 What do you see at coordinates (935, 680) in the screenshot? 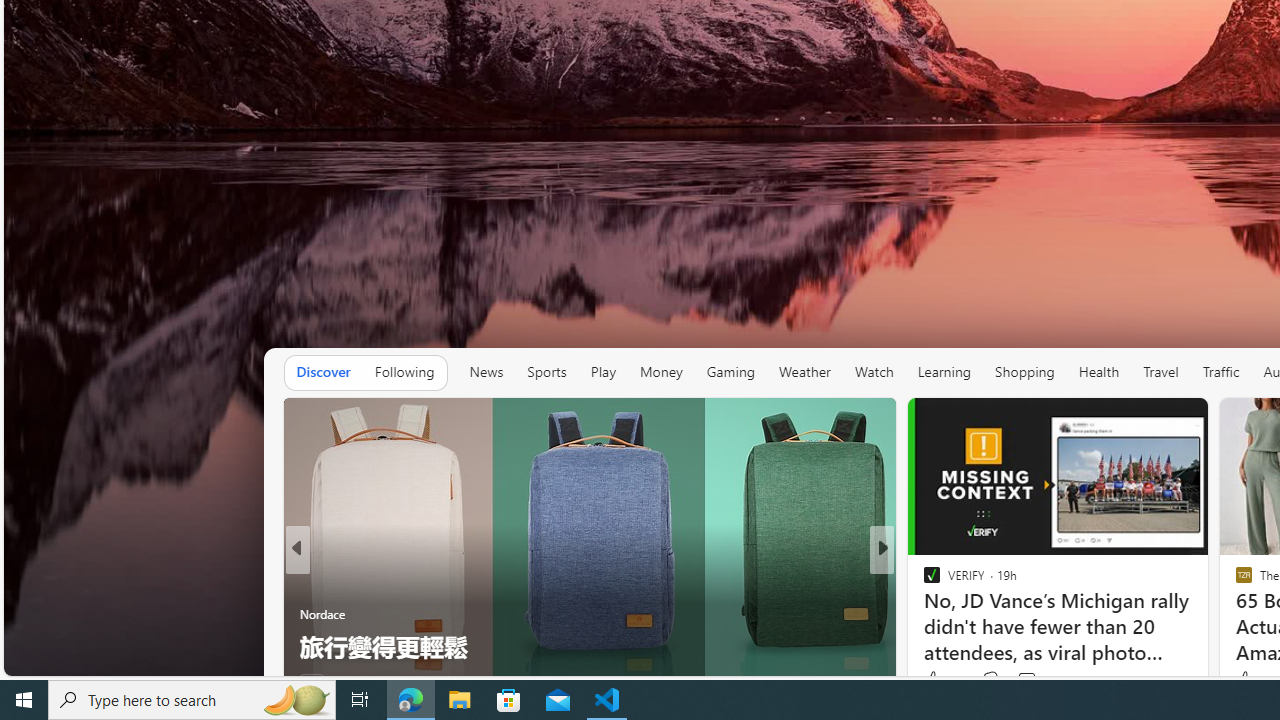
I see `'611 Like'` at bounding box center [935, 680].